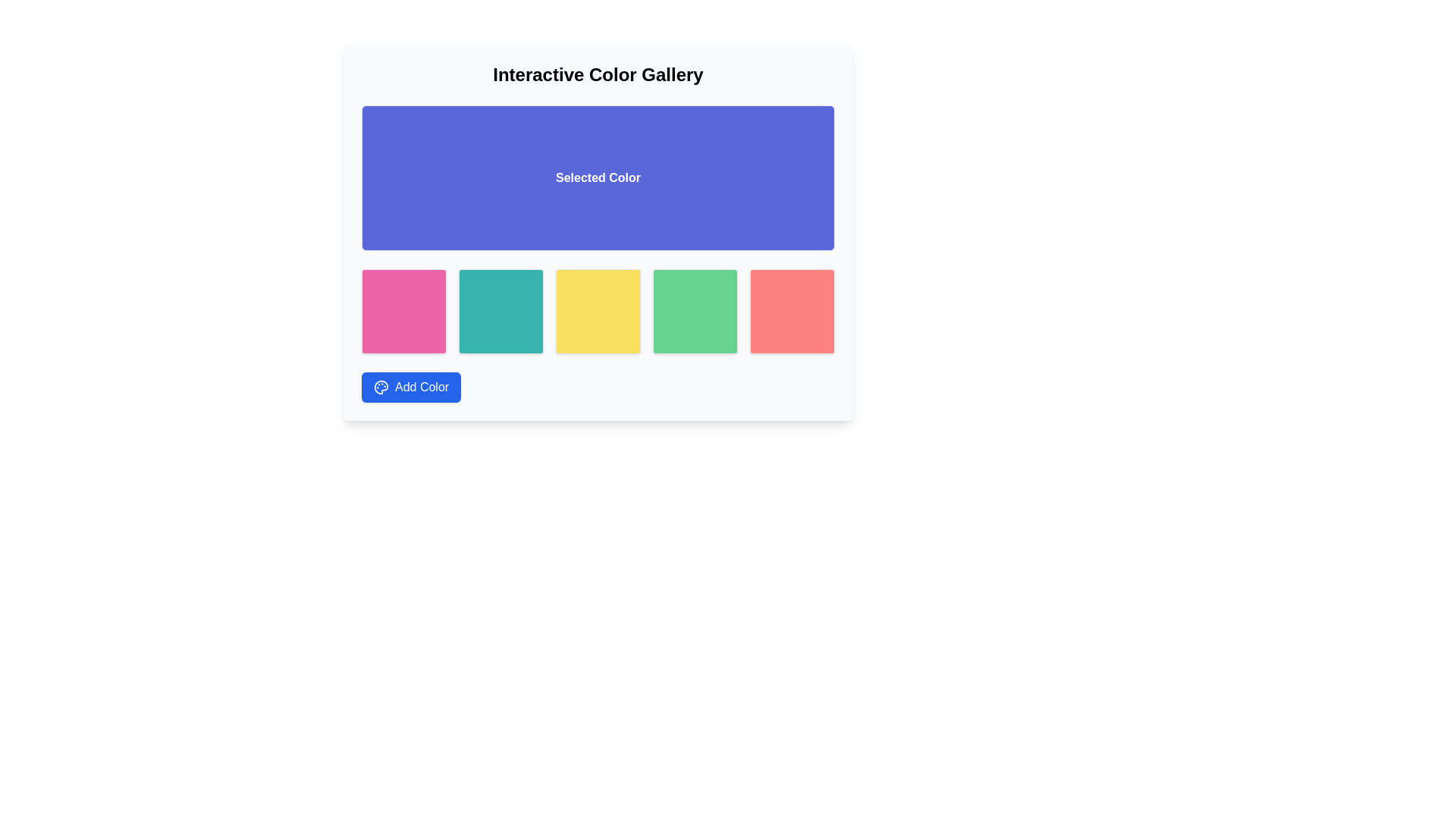 This screenshot has width=1456, height=819. What do you see at coordinates (381, 386) in the screenshot?
I see `the palette icon with a circular shape and blue background, which is located within the 'Add Color' button at the bottom-left corner of the interface` at bounding box center [381, 386].